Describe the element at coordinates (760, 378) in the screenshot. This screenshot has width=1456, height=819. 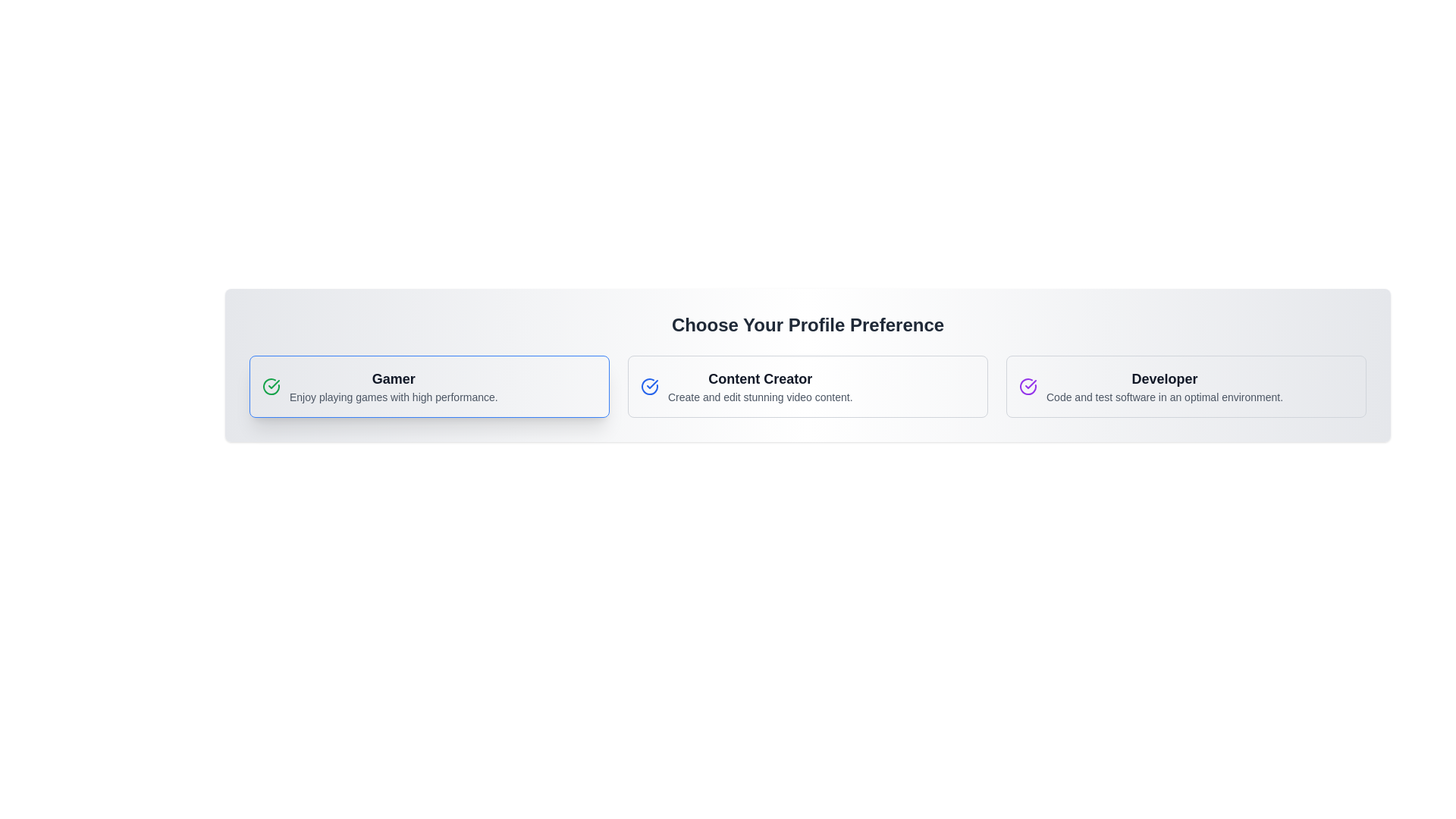
I see `the text label displaying 'Content Creator' in bold, dark-gray font, centrally located among profile options` at that location.